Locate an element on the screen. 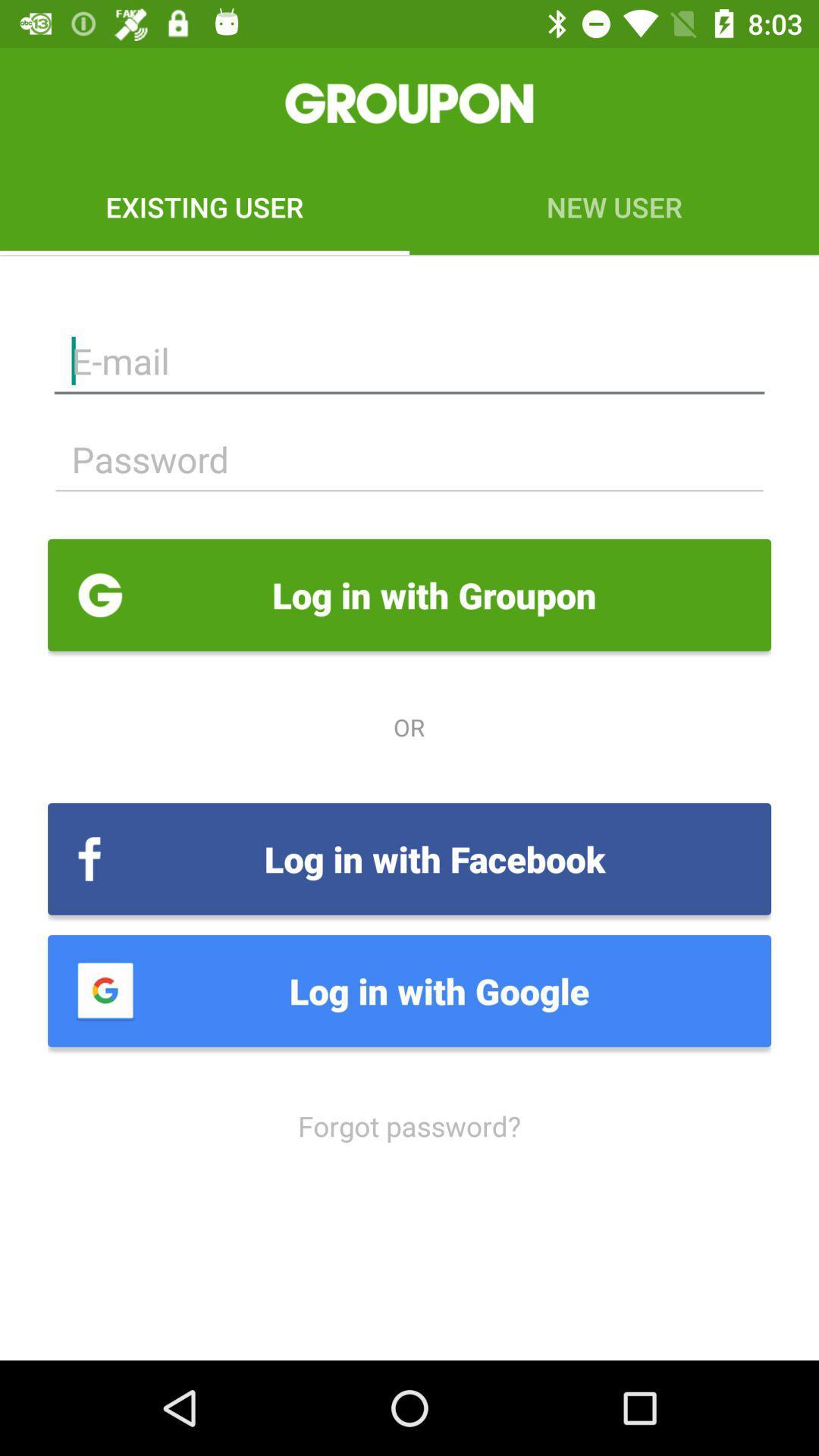 This screenshot has width=819, height=1456. forgot password? icon is located at coordinates (409, 1125).